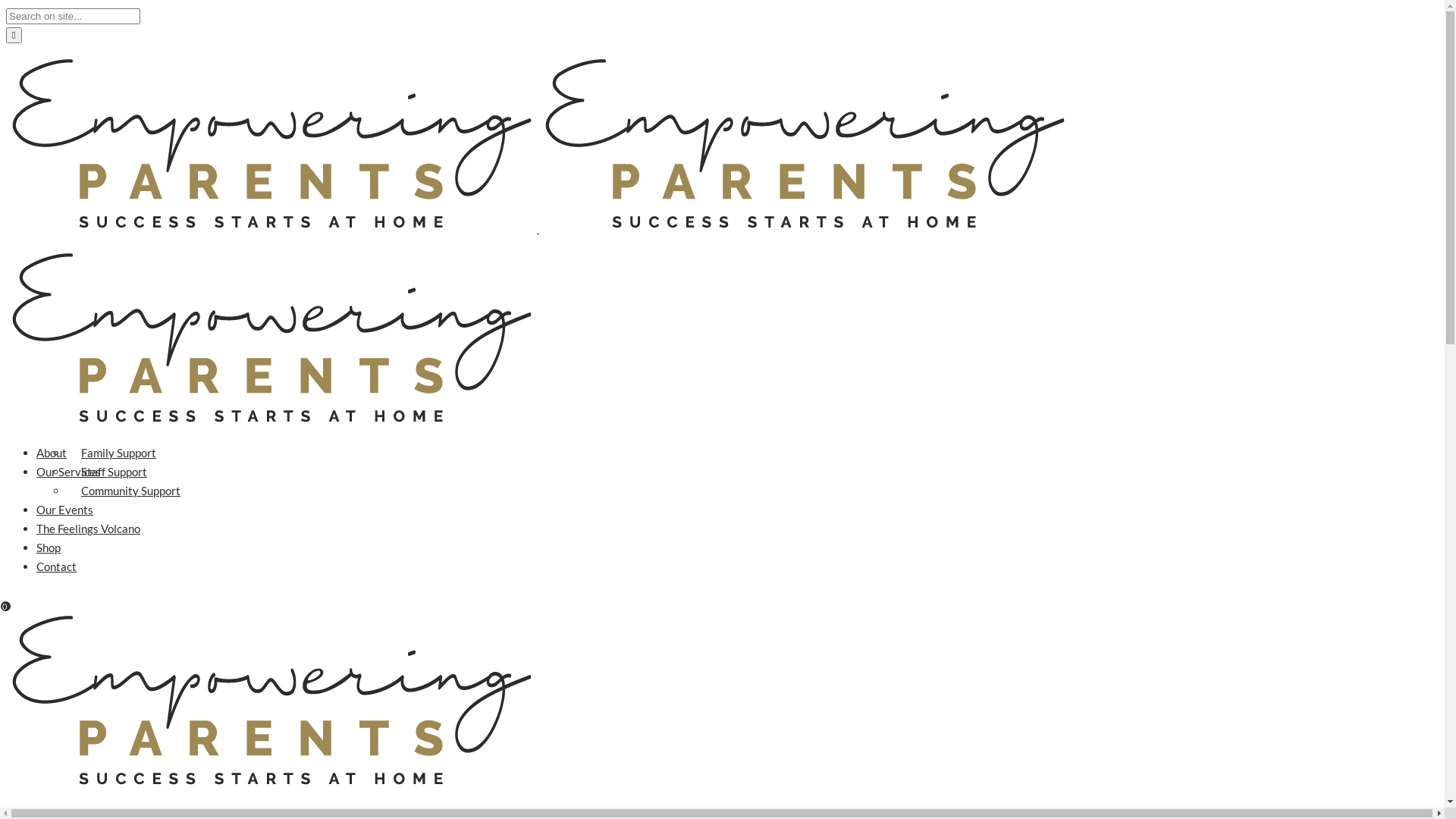  Describe the element at coordinates (56, 566) in the screenshot. I see `'Contact'` at that location.